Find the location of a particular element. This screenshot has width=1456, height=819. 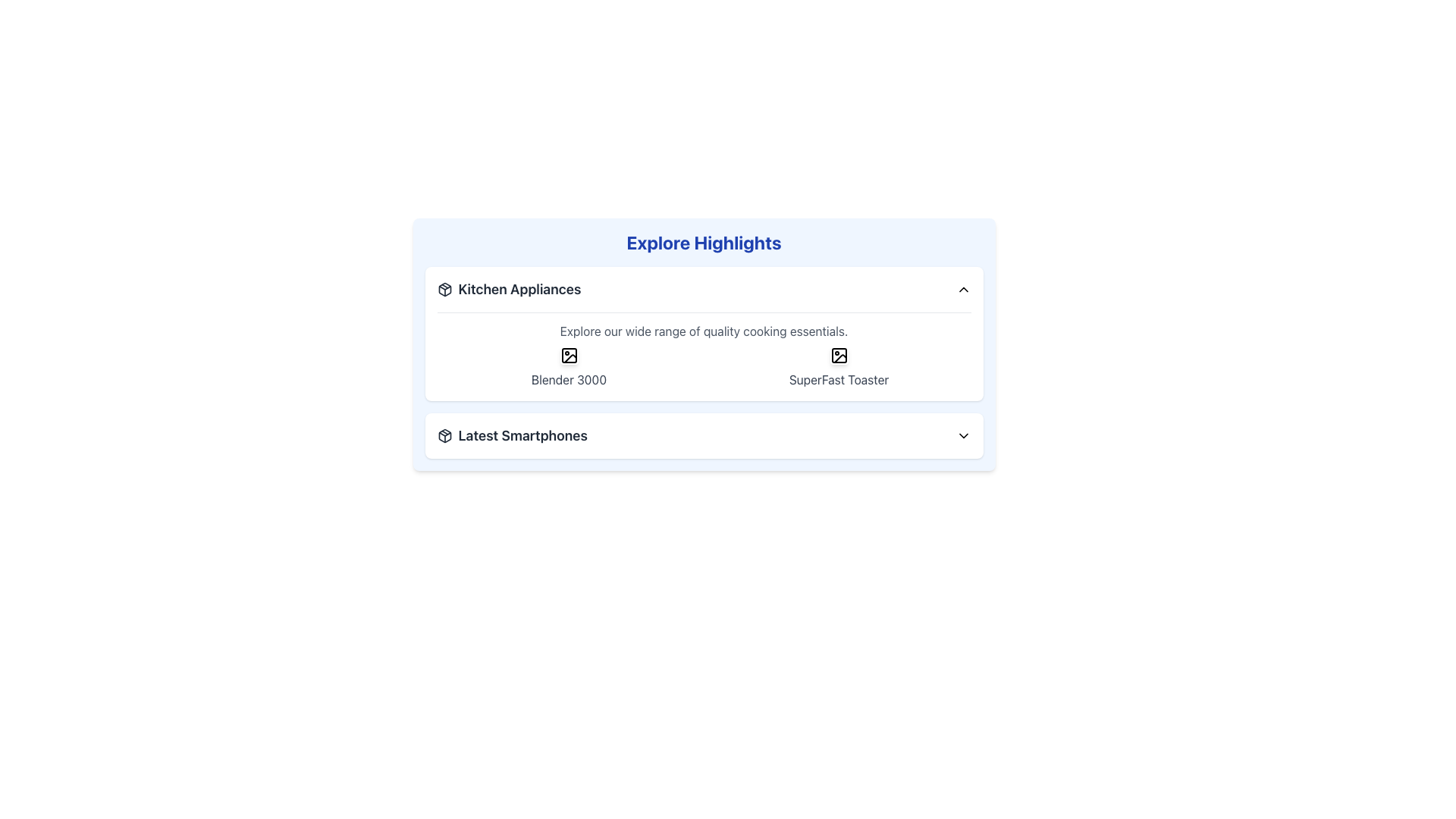

the image placeholder for the 'Blender 3000' product is located at coordinates (568, 356).